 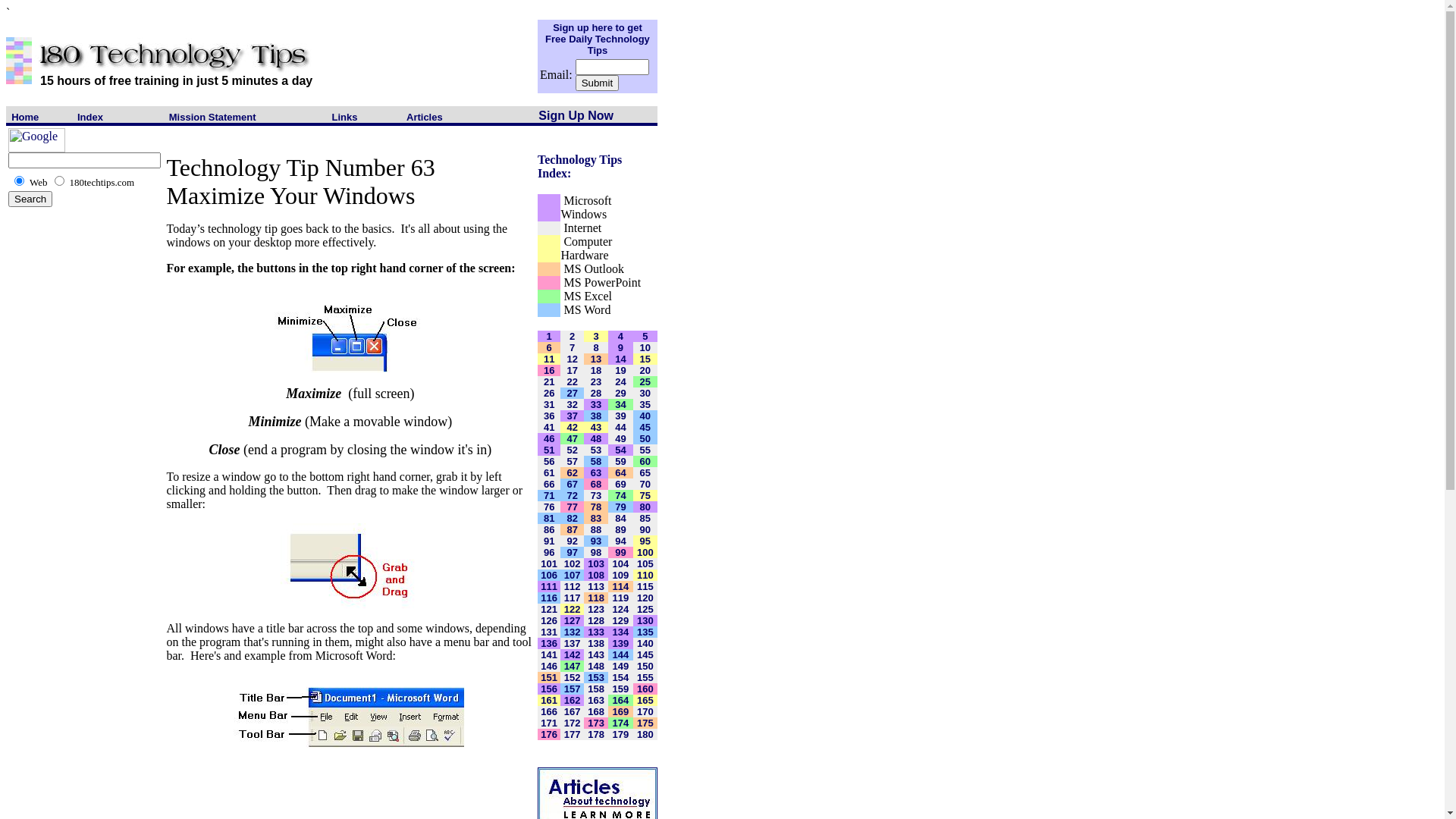 What do you see at coordinates (548, 460) in the screenshot?
I see `'56'` at bounding box center [548, 460].